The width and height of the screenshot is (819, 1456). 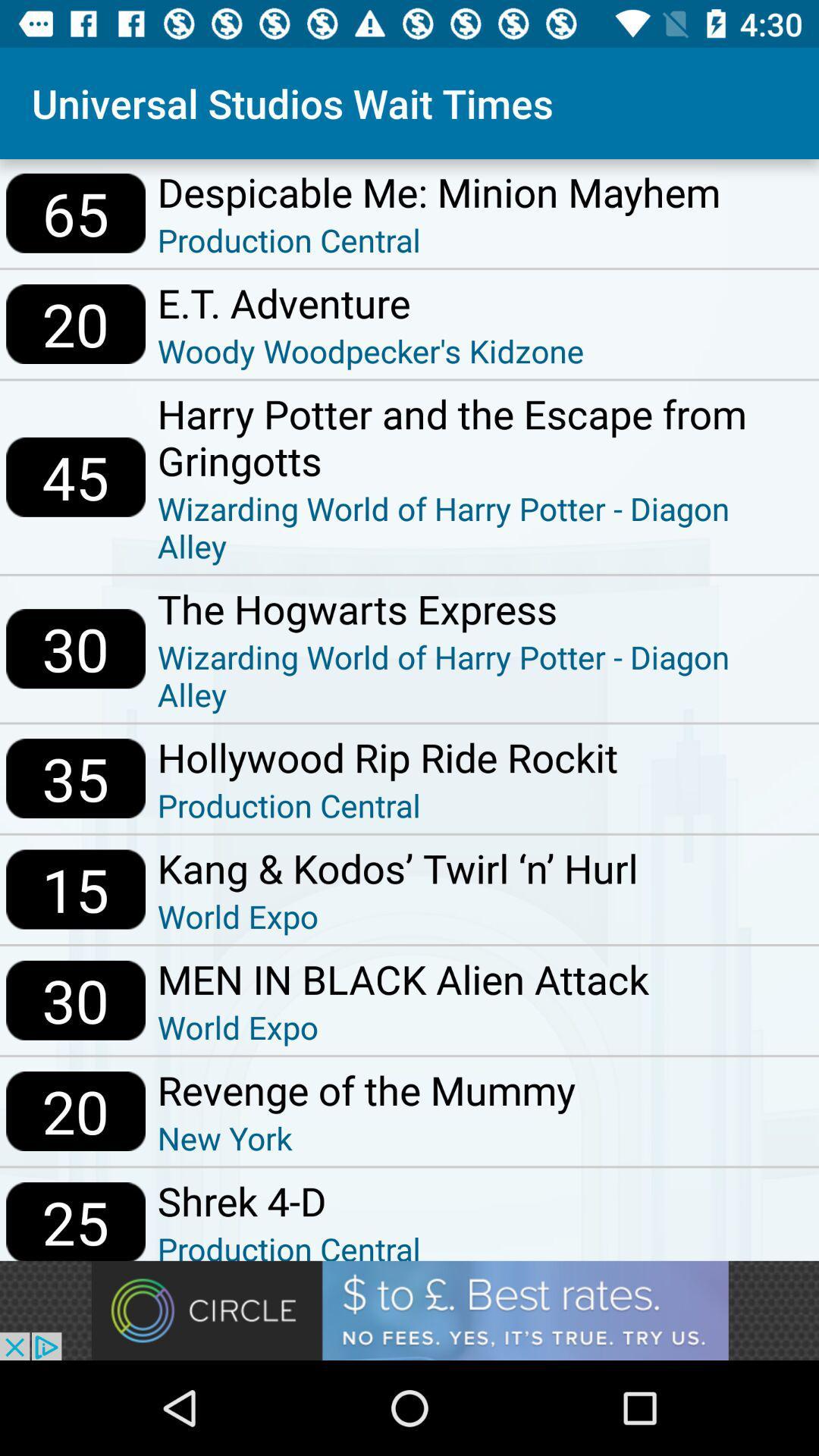 What do you see at coordinates (366, 1137) in the screenshot?
I see `the item to the right of 20 icon` at bounding box center [366, 1137].